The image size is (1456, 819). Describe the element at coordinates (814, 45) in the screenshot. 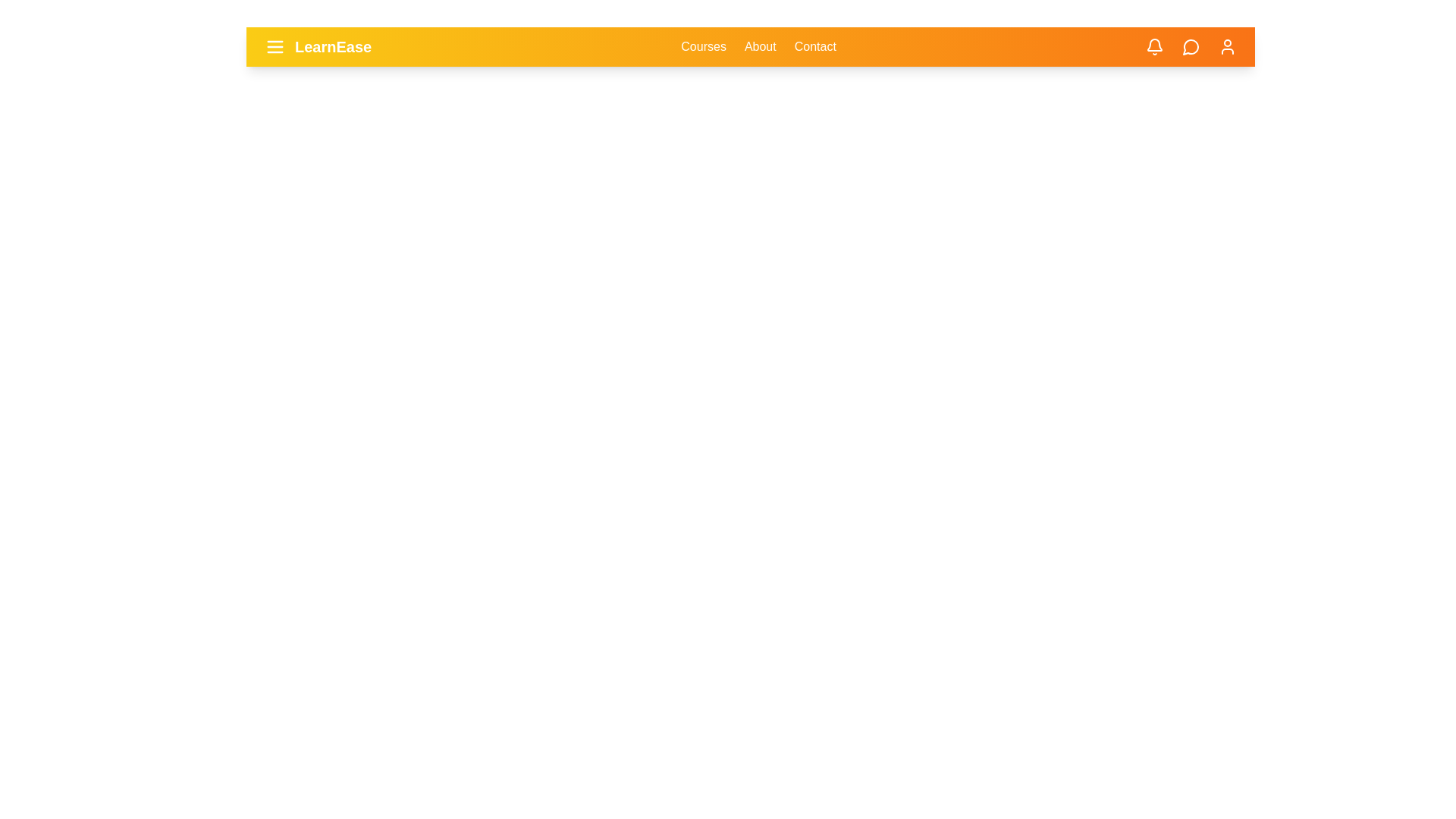

I see `the 'Contact' link to navigate to the 'Contact' page` at that location.